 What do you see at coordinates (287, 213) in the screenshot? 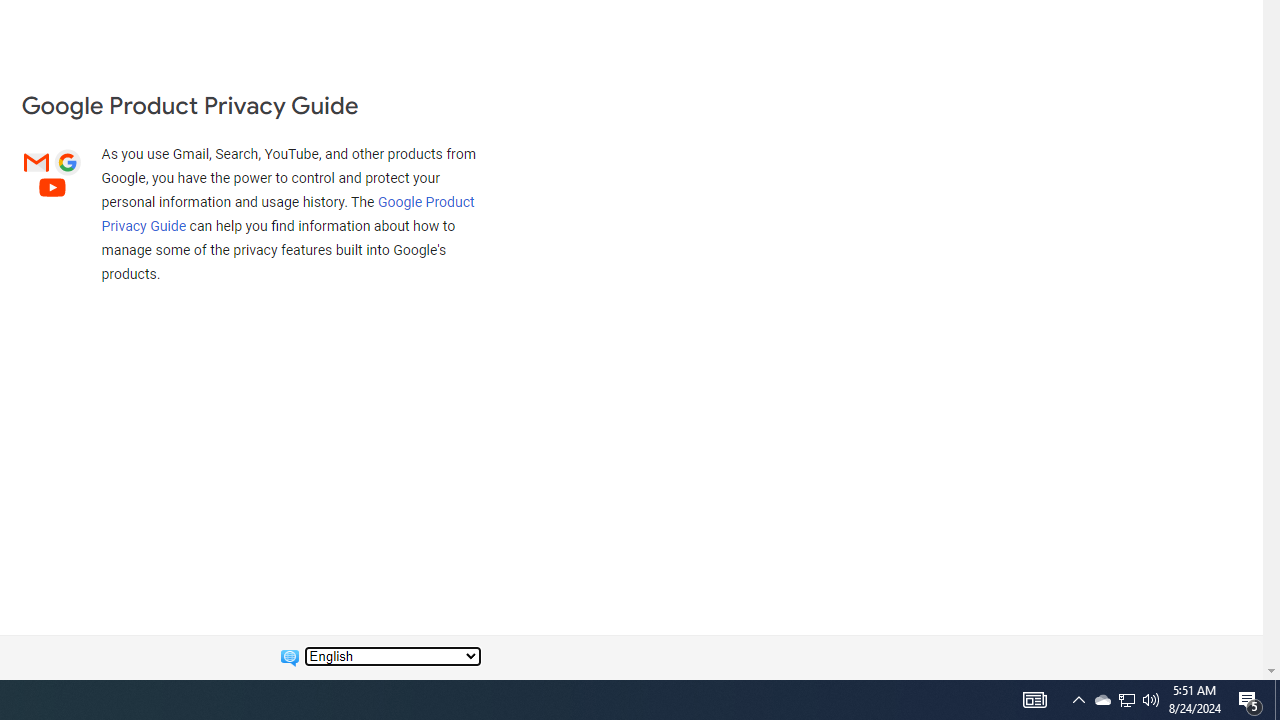
I see `'Google Product Privacy Guide'` at bounding box center [287, 213].